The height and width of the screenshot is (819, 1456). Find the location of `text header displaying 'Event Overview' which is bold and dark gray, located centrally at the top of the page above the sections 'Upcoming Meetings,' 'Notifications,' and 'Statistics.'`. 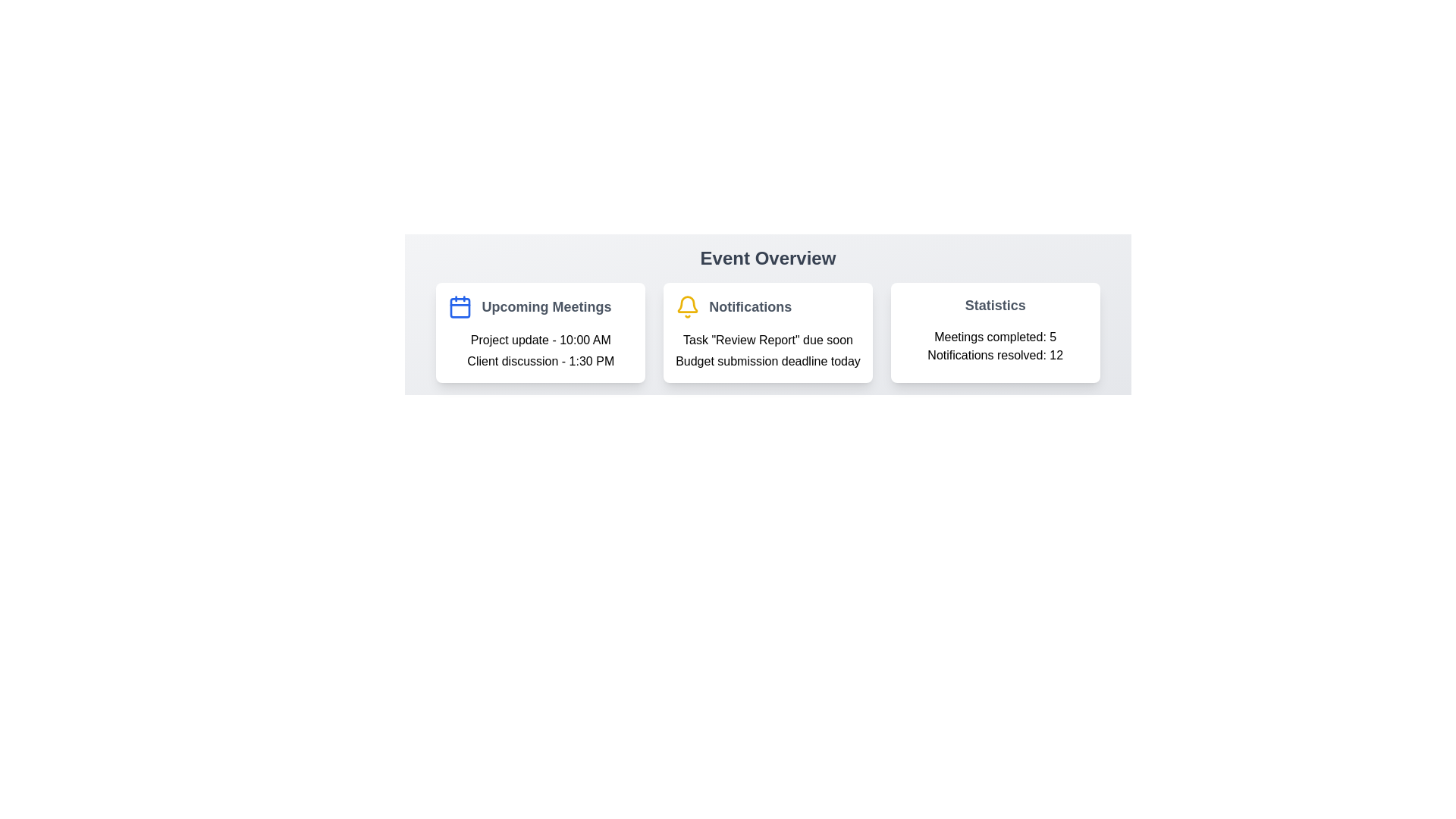

text header displaying 'Event Overview' which is bold and dark gray, located centrally at the top of the page above the sections 'Upcoming Meetings,' 'Notifications,' and 'Statistics.' is located at coordinates (767, 257).